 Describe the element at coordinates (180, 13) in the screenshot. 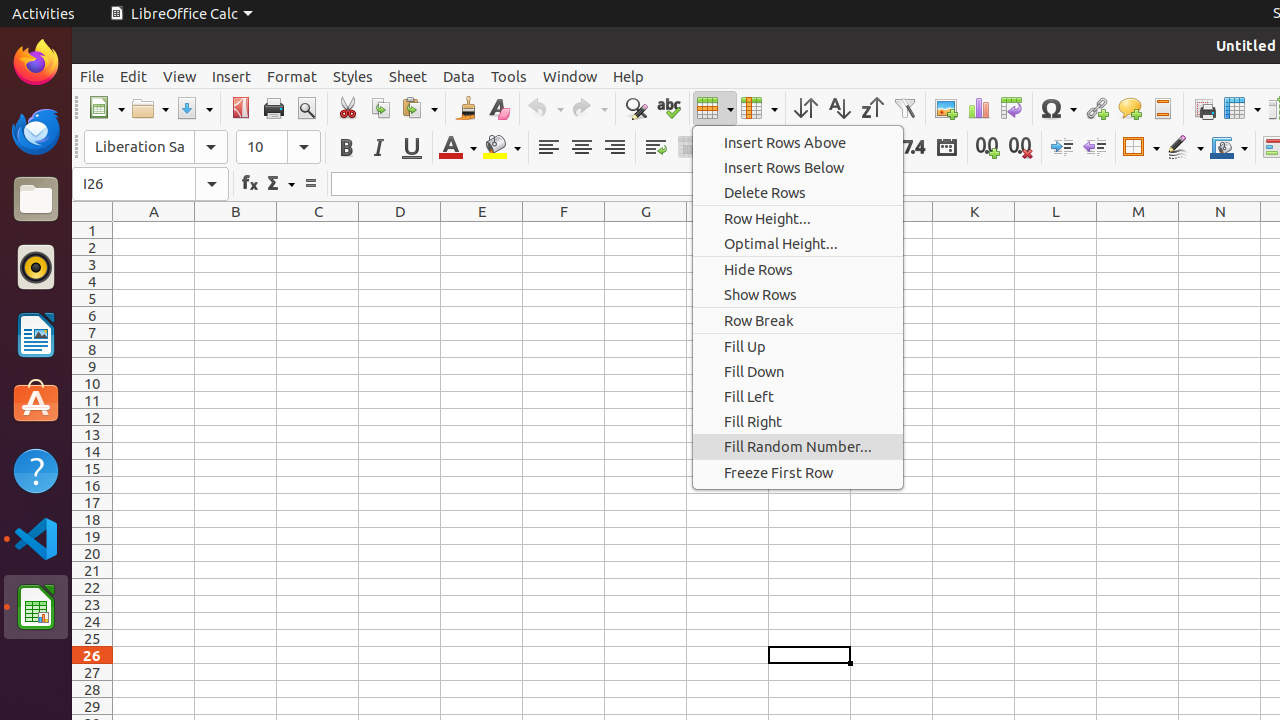

I see `'LibreOffice Calc'` at that location.